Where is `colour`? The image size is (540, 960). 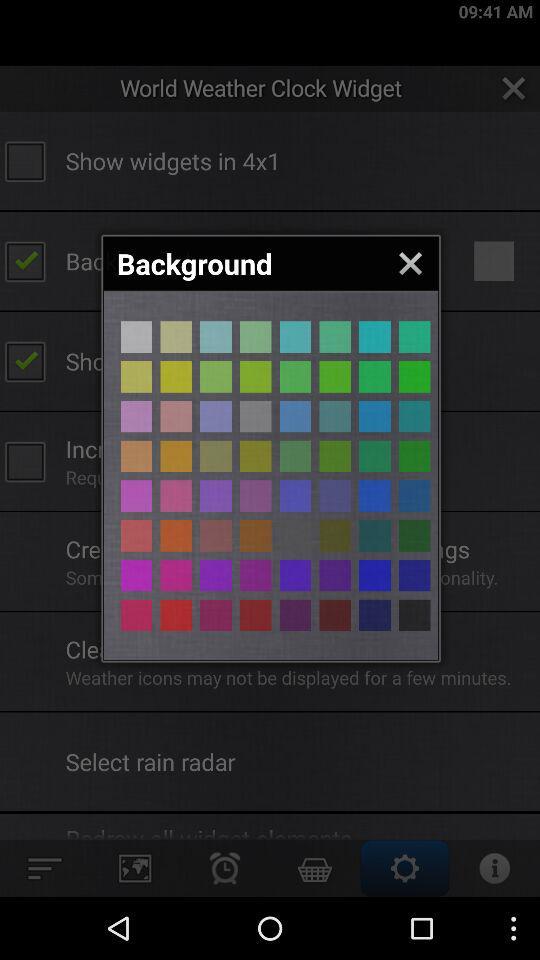 colour is located at coordinates (255, 415).